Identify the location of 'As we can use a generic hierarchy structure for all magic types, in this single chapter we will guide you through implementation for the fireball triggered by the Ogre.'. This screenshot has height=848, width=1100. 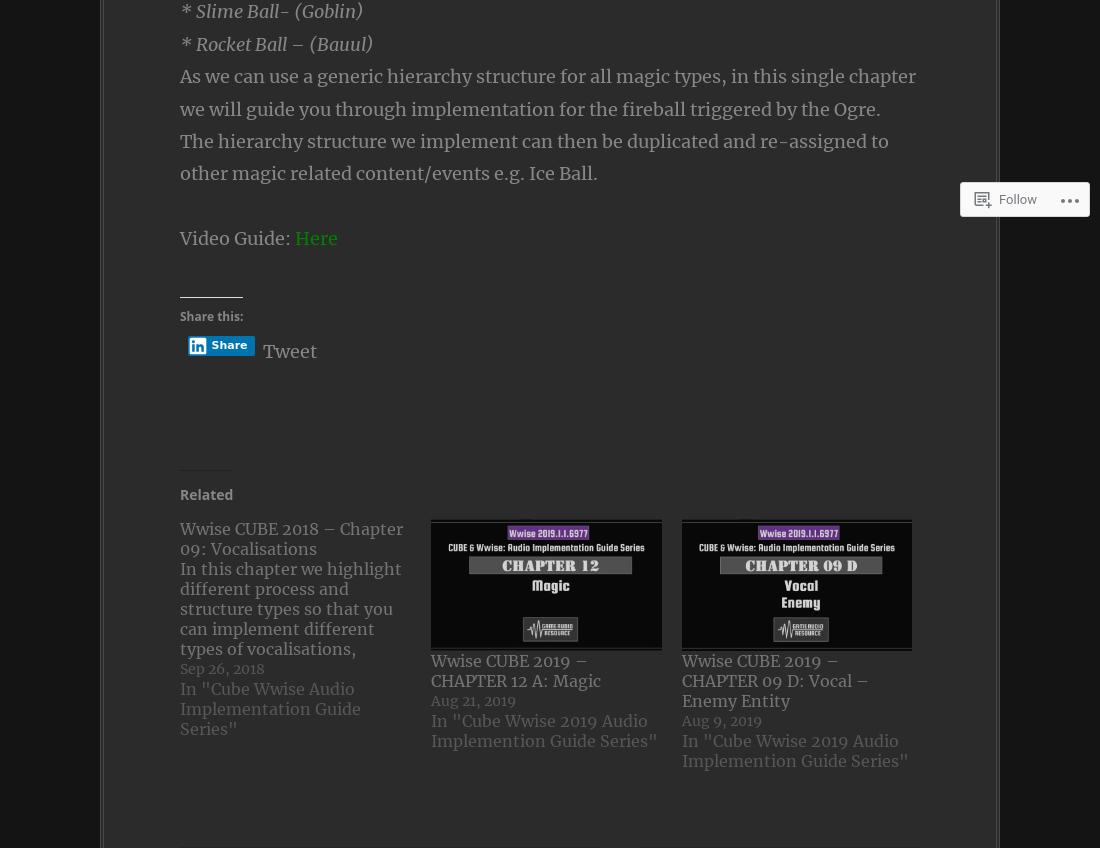
(548, 92).